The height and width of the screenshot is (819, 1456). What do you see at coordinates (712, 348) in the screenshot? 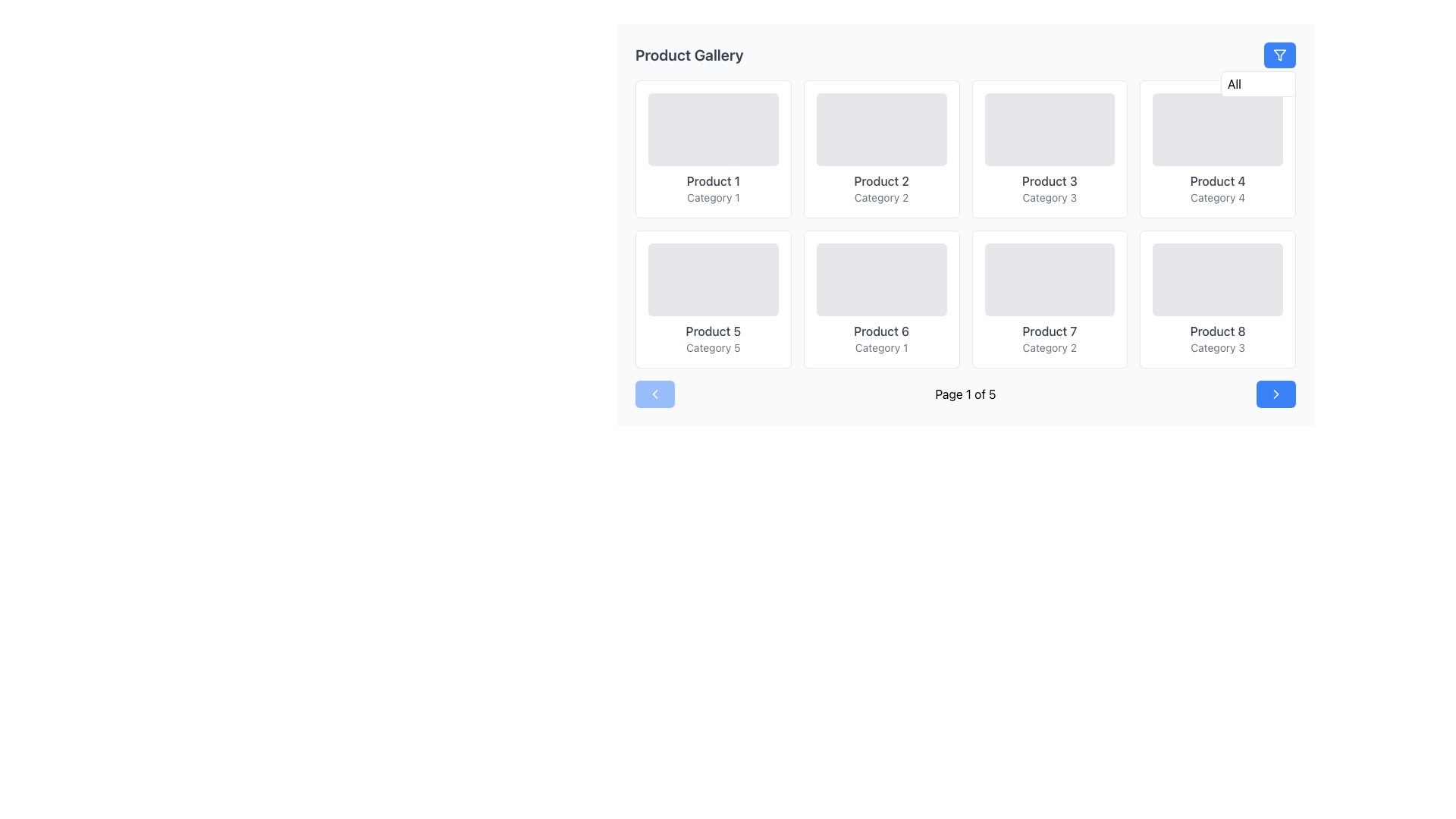
I see `the text label that displays the category of the product located in the 'Product 5' card, positioned directly below the 'Product 5' title` at bounding box center [712, 348].